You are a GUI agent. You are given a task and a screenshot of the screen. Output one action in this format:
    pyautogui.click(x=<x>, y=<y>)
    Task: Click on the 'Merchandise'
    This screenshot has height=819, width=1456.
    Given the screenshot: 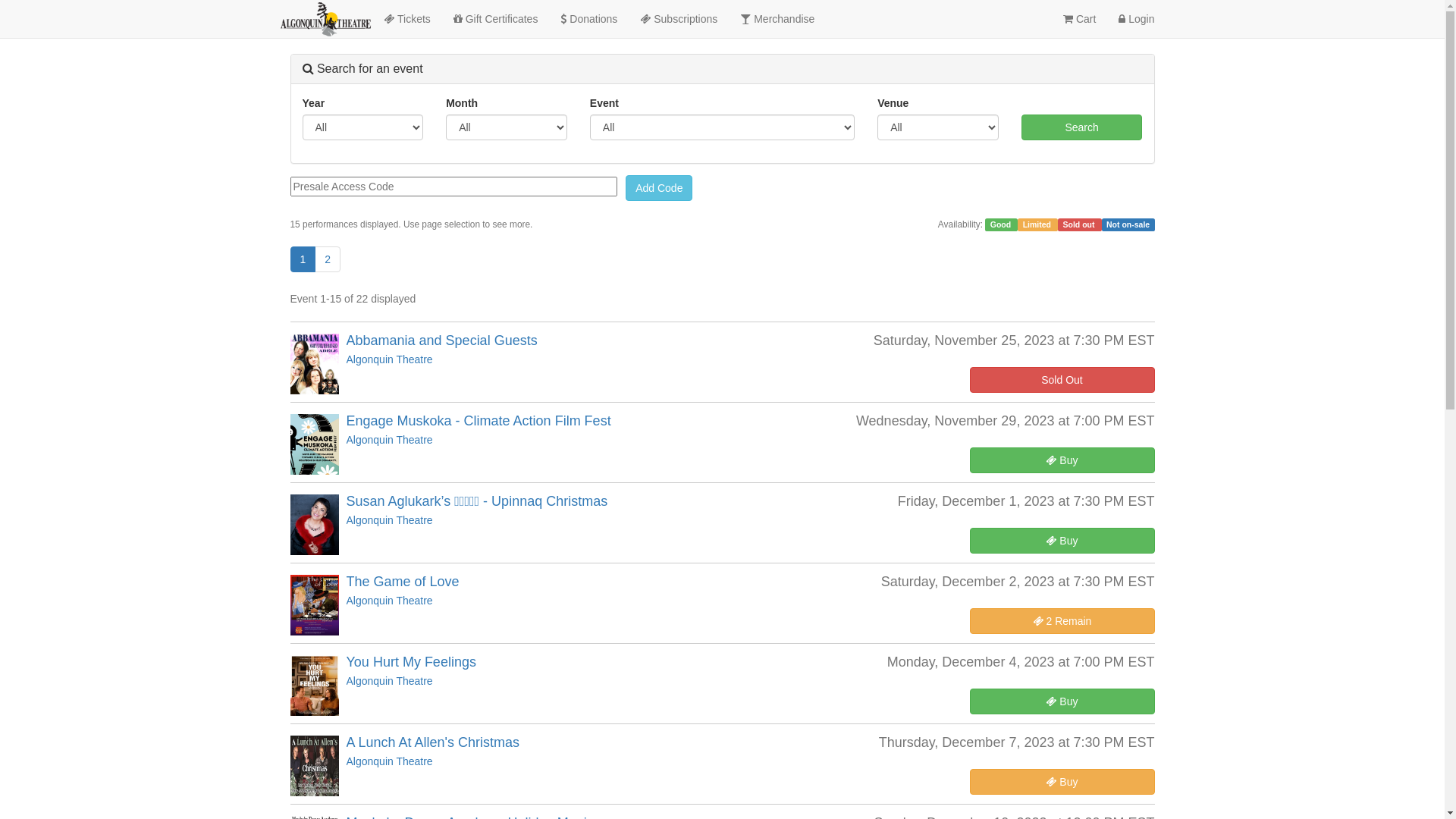 What is the action you would take?
    pyautogui.click(x=777, y=18)
    